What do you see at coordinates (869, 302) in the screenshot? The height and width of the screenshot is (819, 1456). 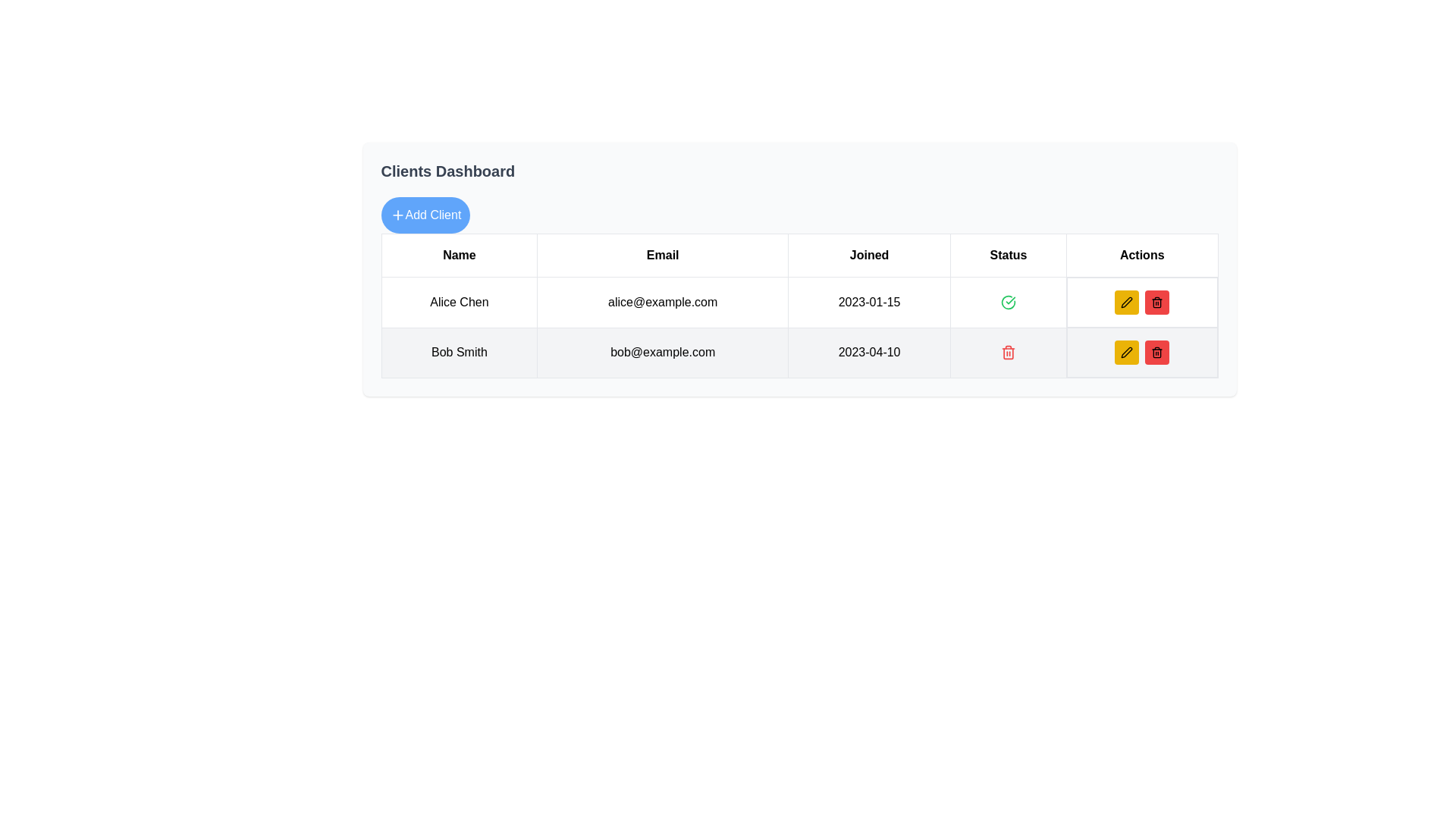 I see `the static text label displaying '2023-01-15' in the 'Joined' column of the user information table` at bounding box center [869, 302].